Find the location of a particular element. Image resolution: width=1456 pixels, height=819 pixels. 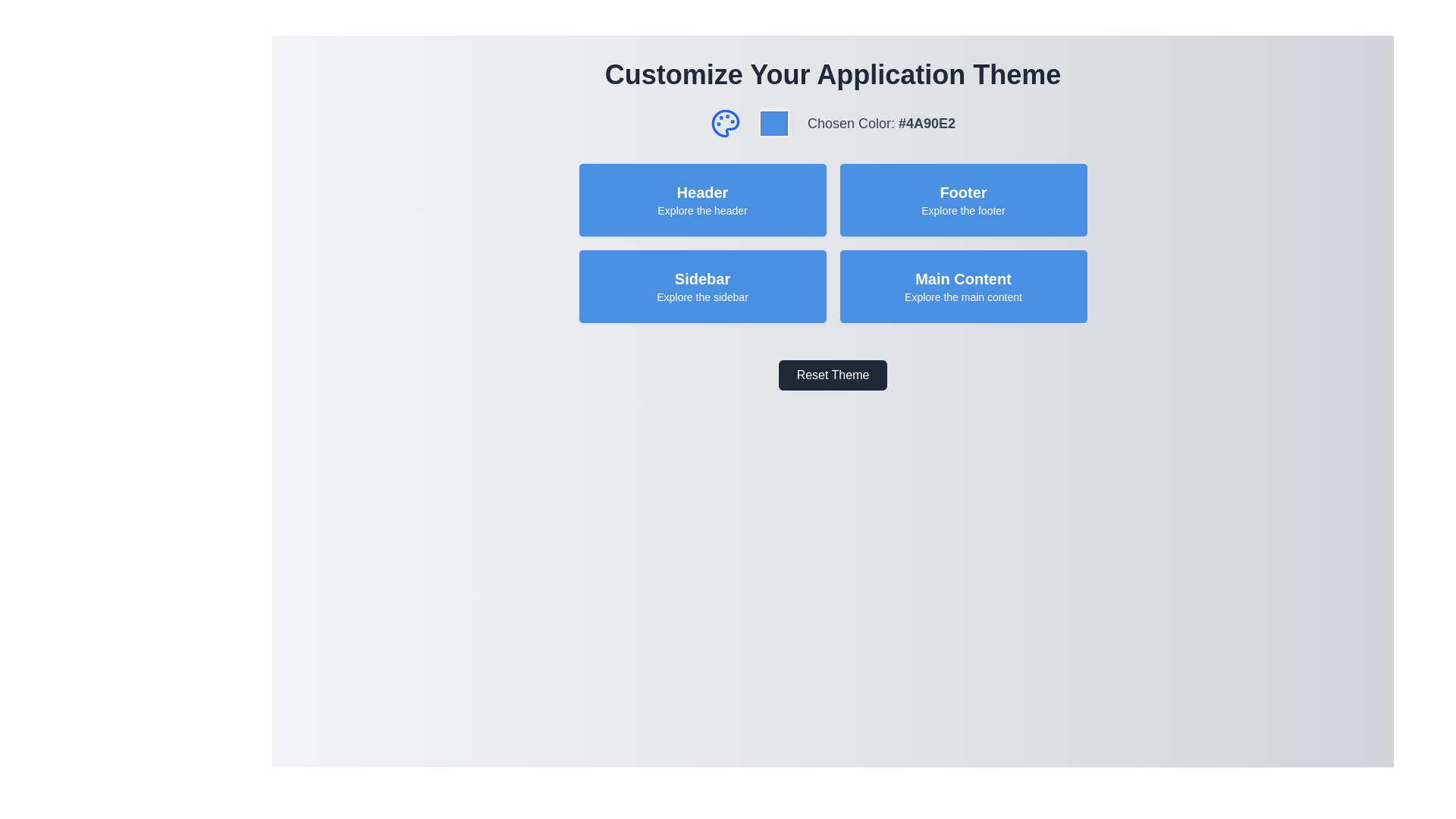

the 'Reset Theme' button, which is a rectangular button with a dark gray background and white text, located beneath four blue buttons labeled 'Header', 'Footer', 'Sidebar', and 'Main Content' is located at coordinates (832, 375).